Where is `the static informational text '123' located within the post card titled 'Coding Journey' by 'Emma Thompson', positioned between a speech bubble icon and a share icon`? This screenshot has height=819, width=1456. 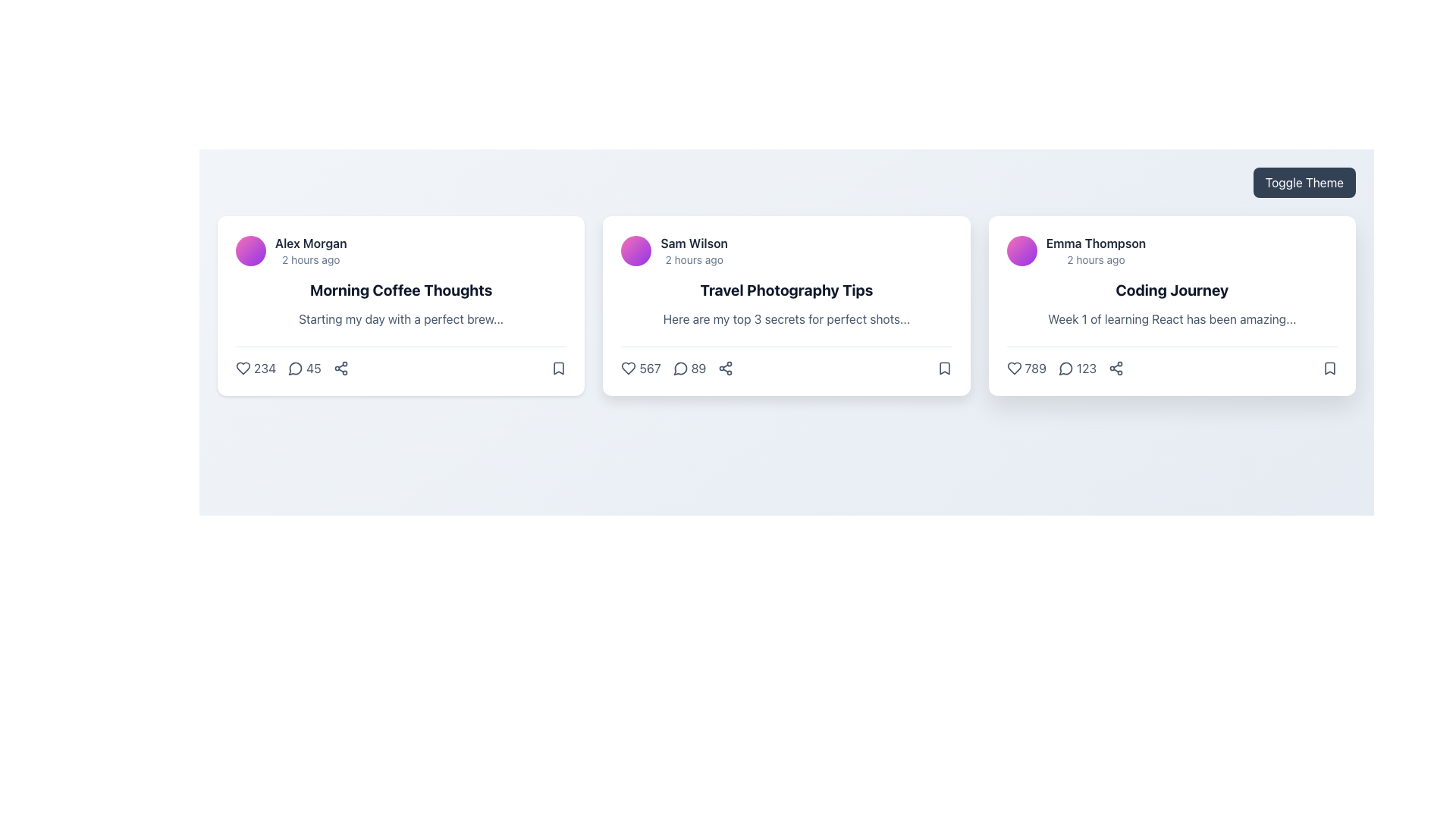 the static informational text '123' located within the post card titled 'Coding Journey' by 'Emma Thompson', positioned between a speech bubble icon and a share icon is located at coordinates (1086, 369).